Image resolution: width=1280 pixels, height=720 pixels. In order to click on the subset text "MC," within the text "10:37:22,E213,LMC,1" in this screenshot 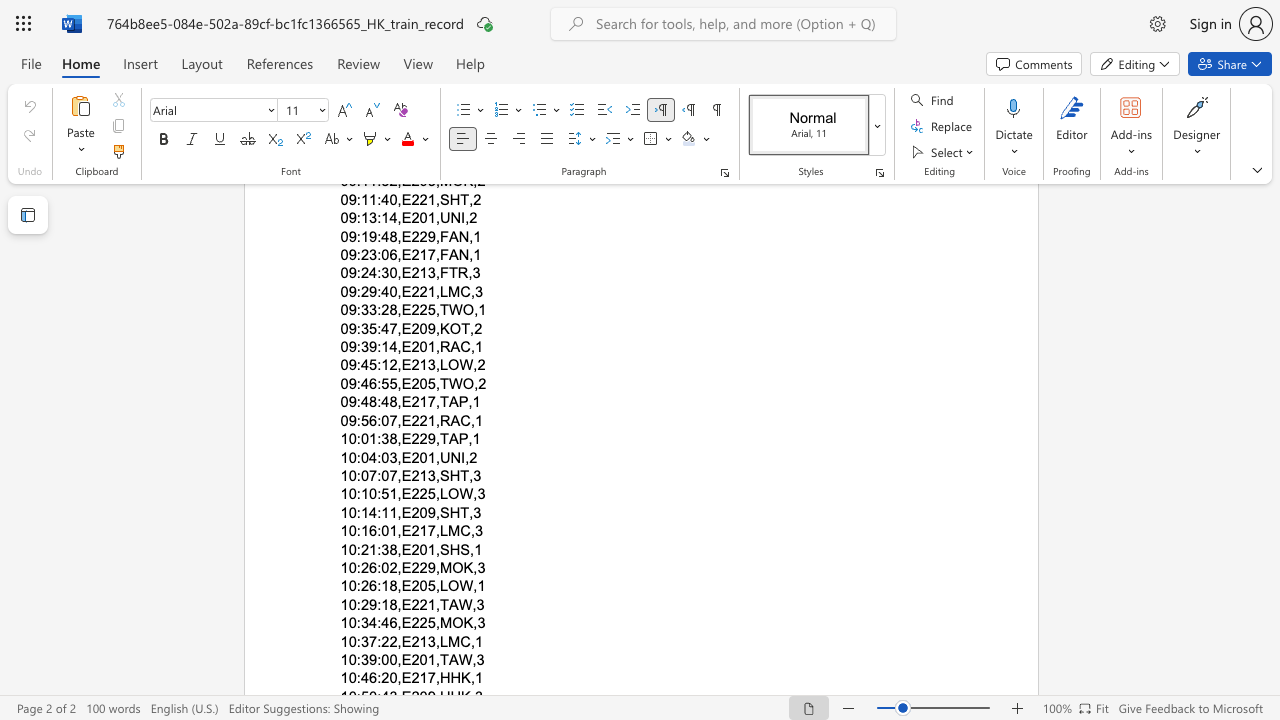, I will do `click(447, 641)`.